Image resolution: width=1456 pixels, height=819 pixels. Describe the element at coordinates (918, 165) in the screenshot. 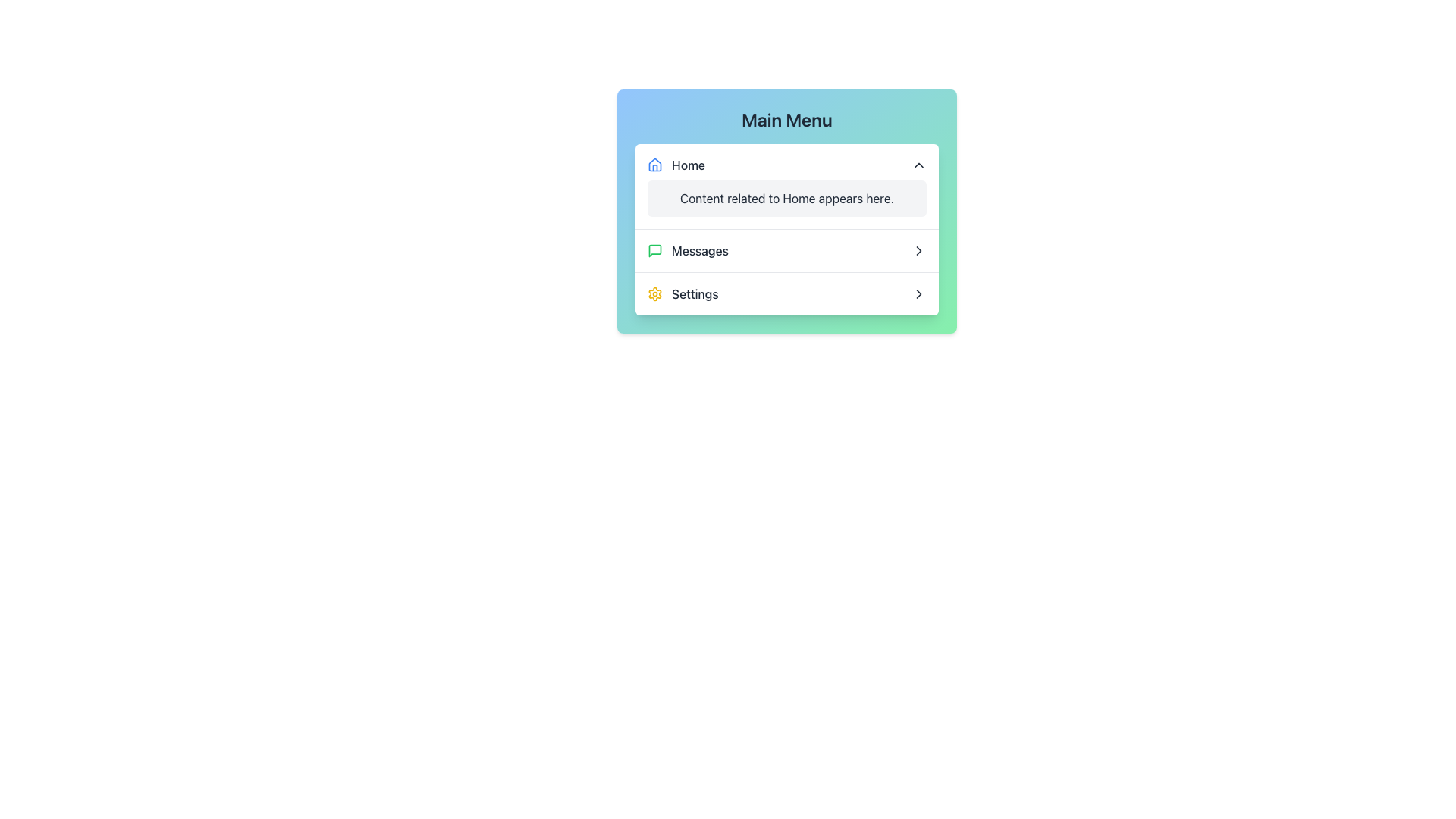

I see `the upward-pointing chevron-shaped icon located to the far right of the 'Home' row` at that location.